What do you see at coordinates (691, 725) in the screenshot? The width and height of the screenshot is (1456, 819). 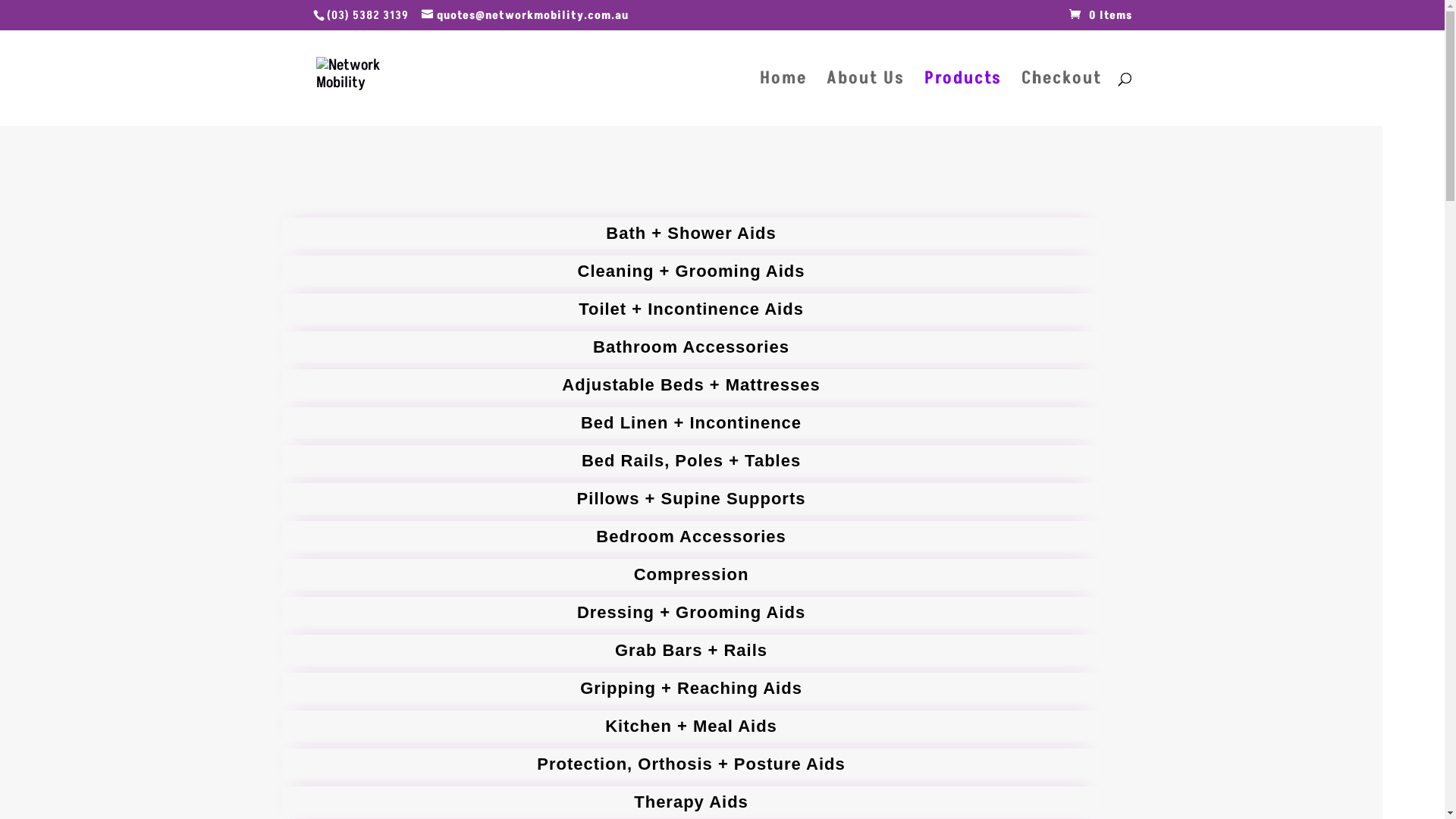 I see `'Kitchen + Meal Aids'` at bounding box center [691, 725].